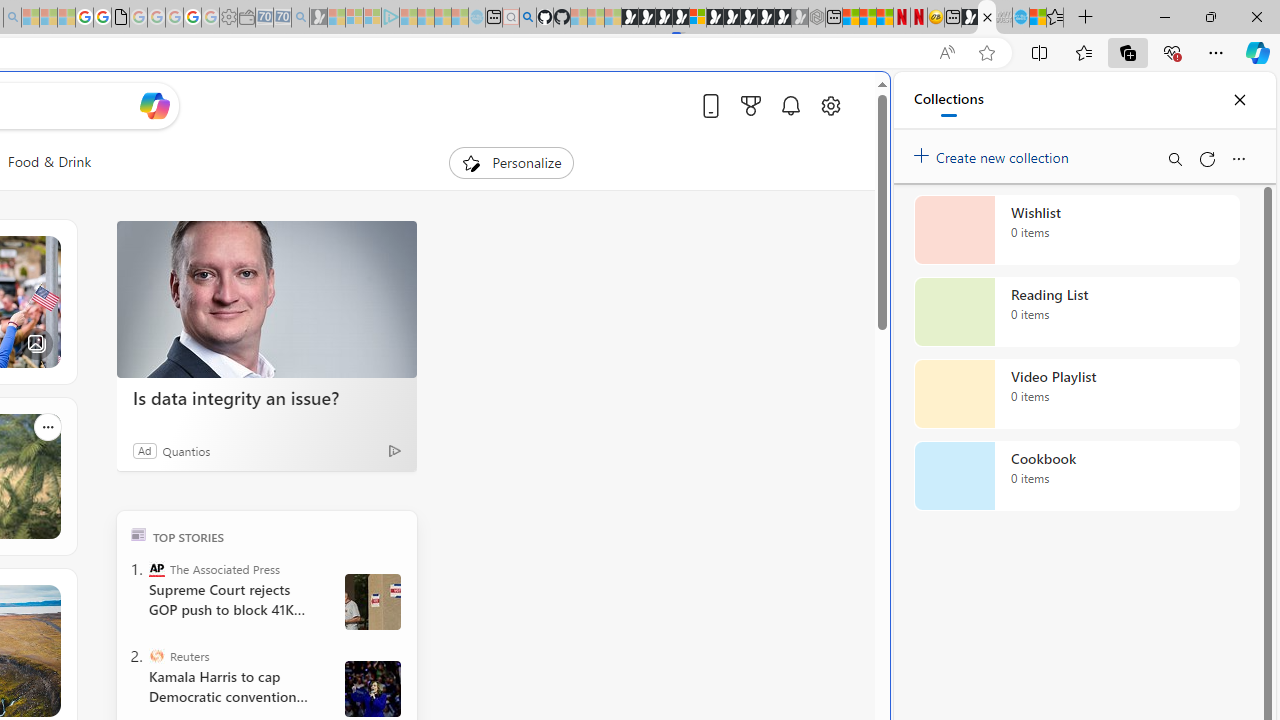  What do you see at coordinates (995, 152) in the screenshot?
I see `'Create new collection'` at bounding box center [995, 152].